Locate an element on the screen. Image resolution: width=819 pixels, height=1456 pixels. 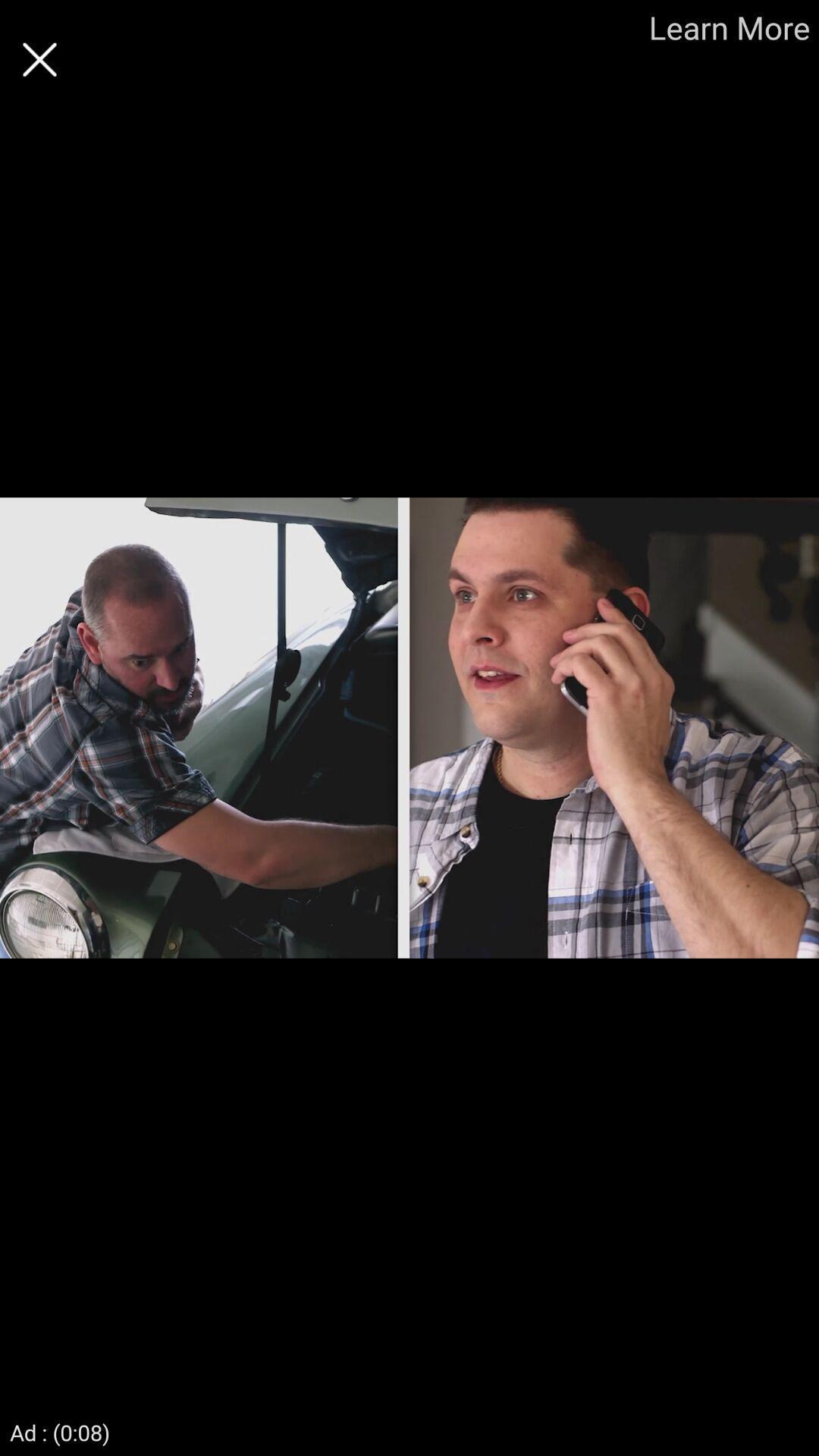
the close icon is located at coordinates (39, 59).